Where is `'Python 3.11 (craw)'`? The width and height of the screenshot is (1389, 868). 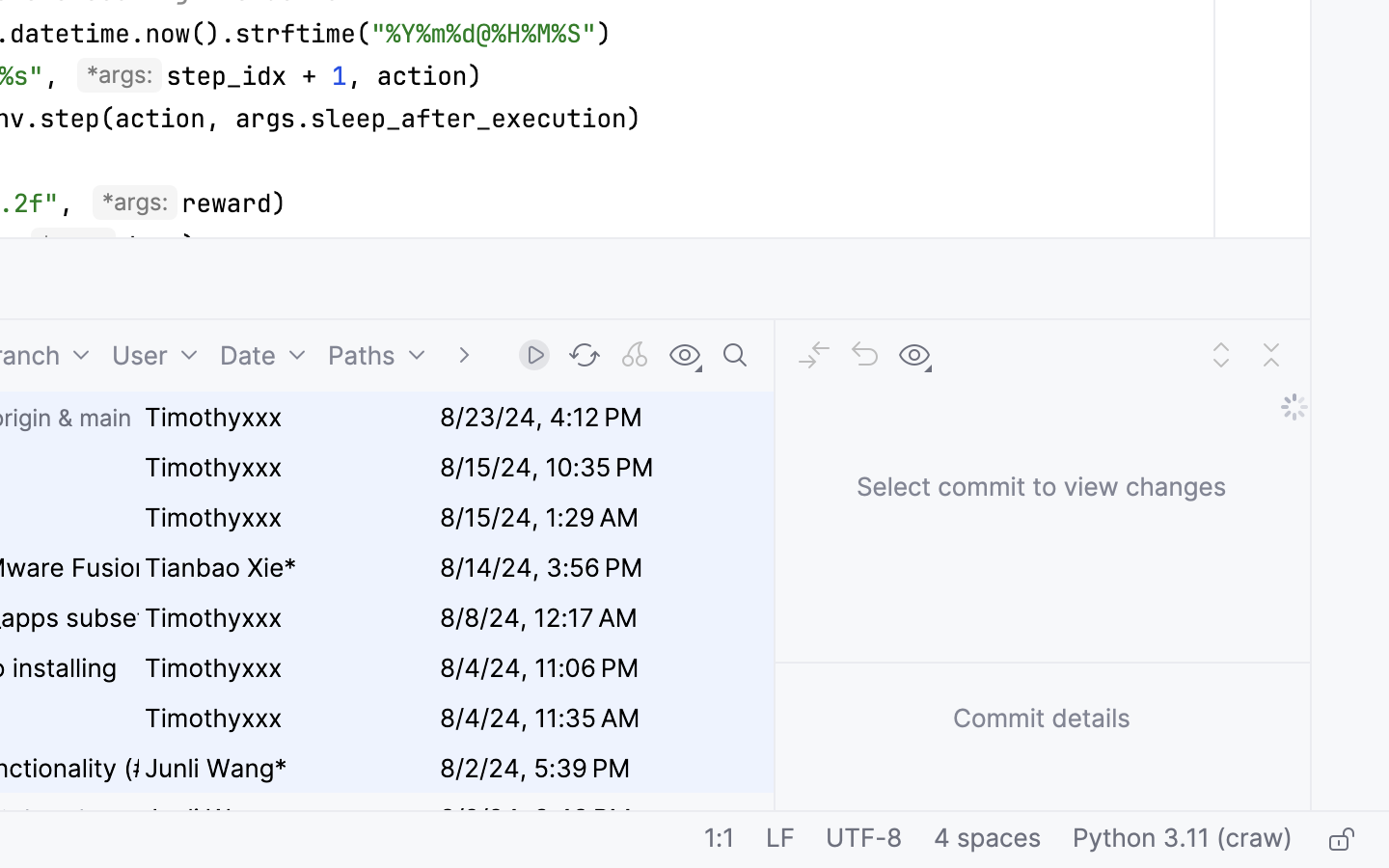
'Python 3.11 (craw)' is located at coordinates (1182, 840).